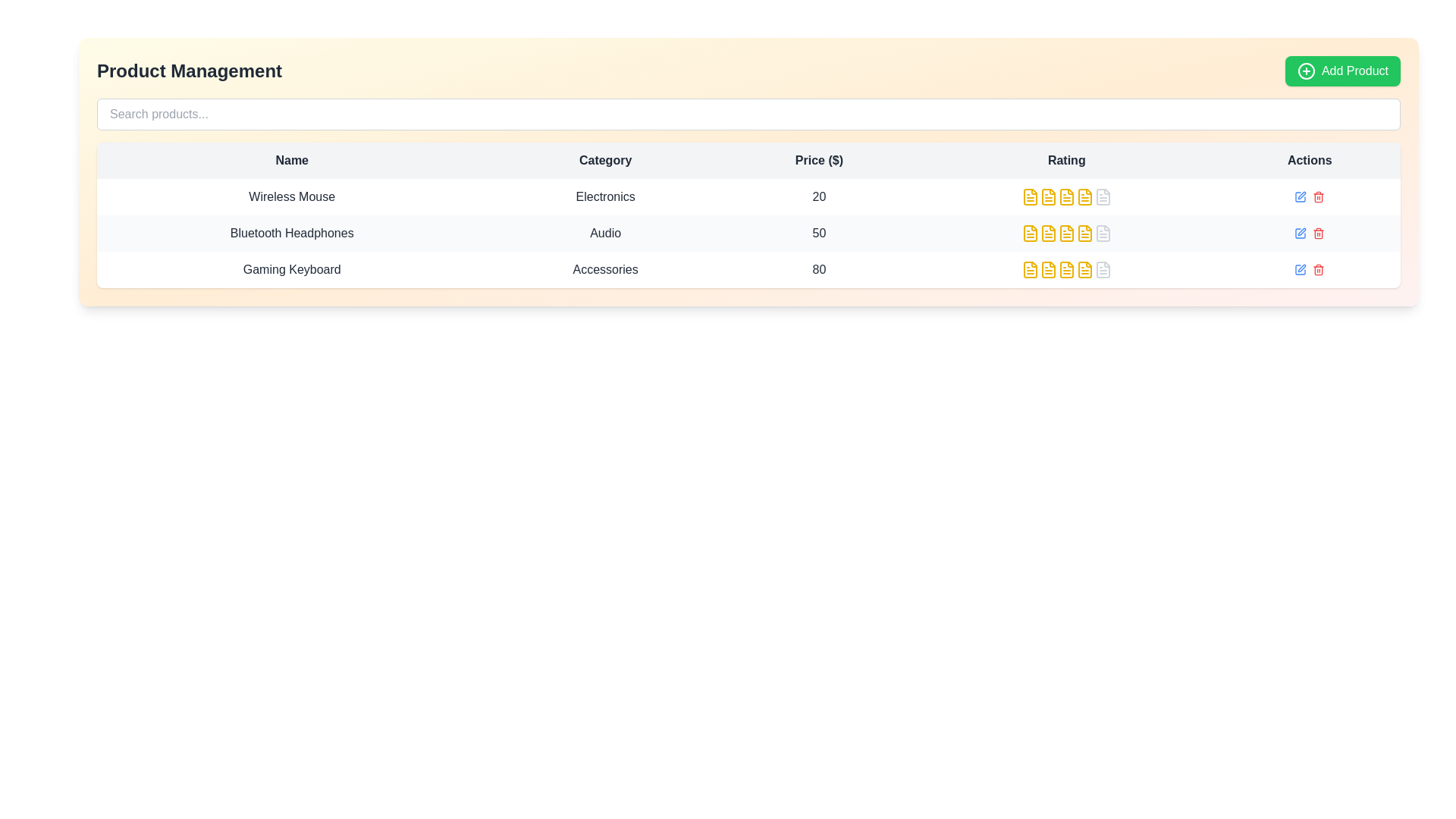  Describe the element at coordinates (1084, 268) in the screenshot. I see `last icon in the sequence of four icons within the rating column of the third row, which visually denotes a specific attribute or status of the product` at that location.